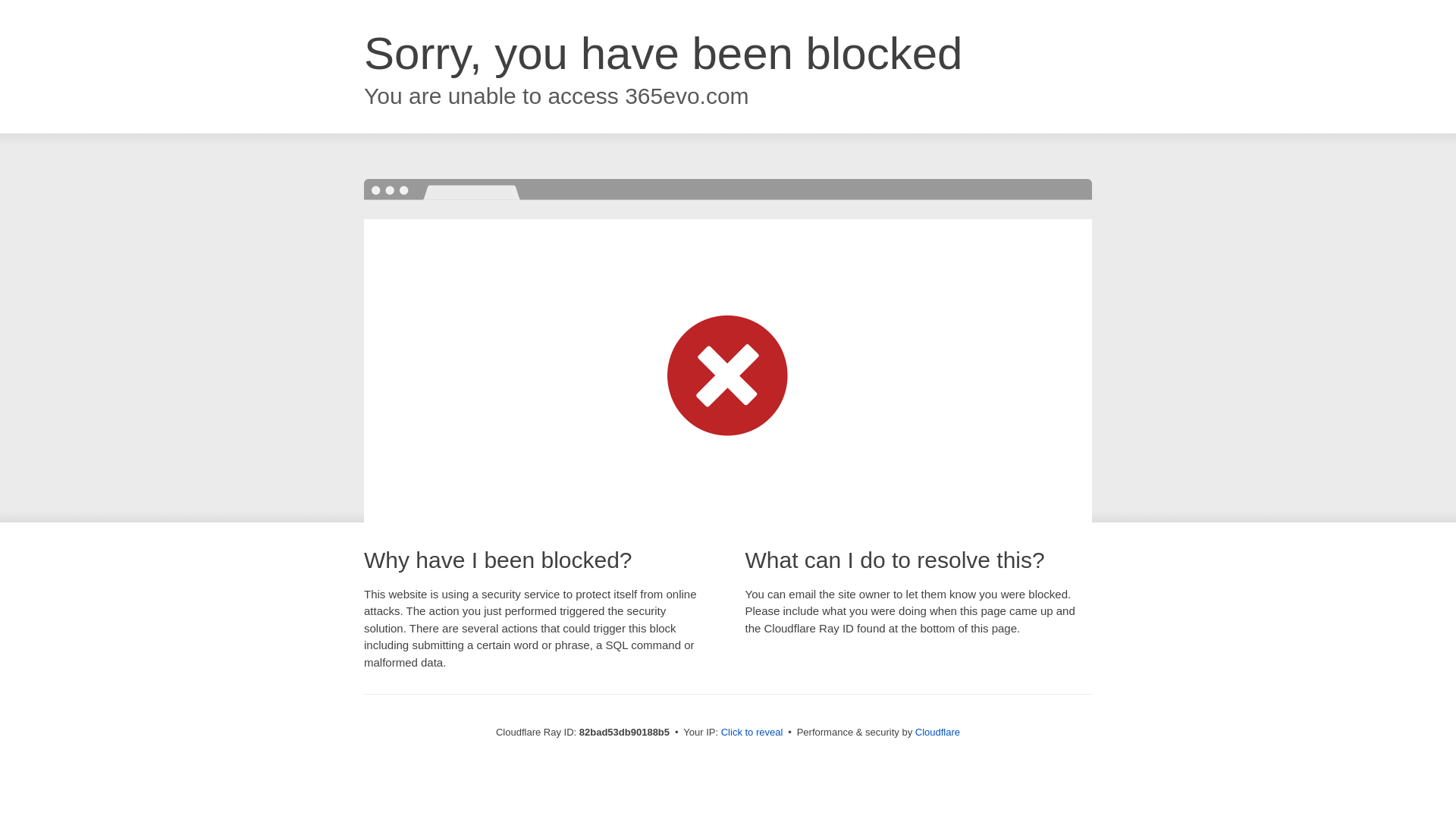  What do you see at coordinates (937, 731) in the screenshot?
I see `'Cloudflare'` at bounding box center [937, 731].